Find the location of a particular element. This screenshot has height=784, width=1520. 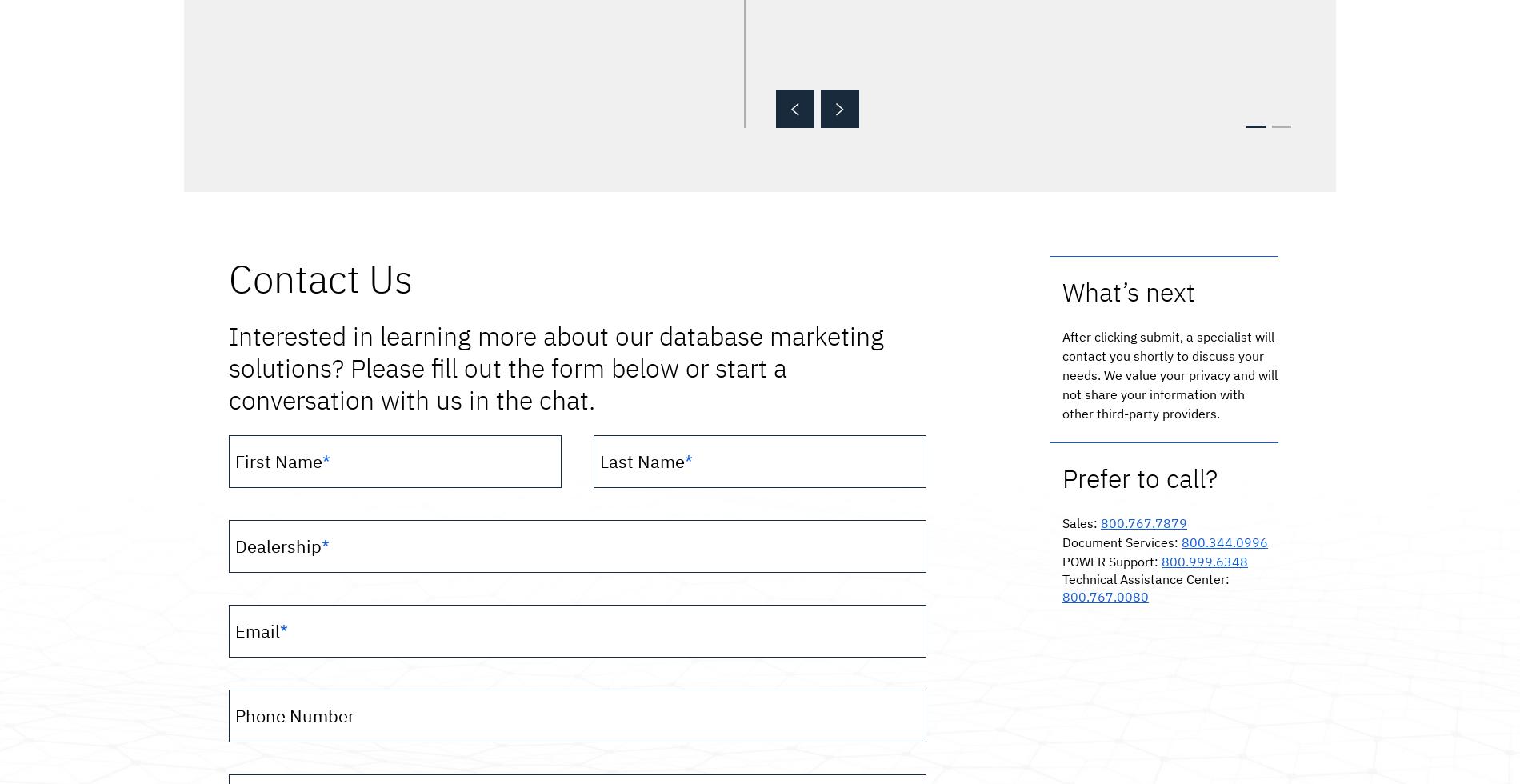

'Prefer to call?' is located at coordinates (1140, 478).